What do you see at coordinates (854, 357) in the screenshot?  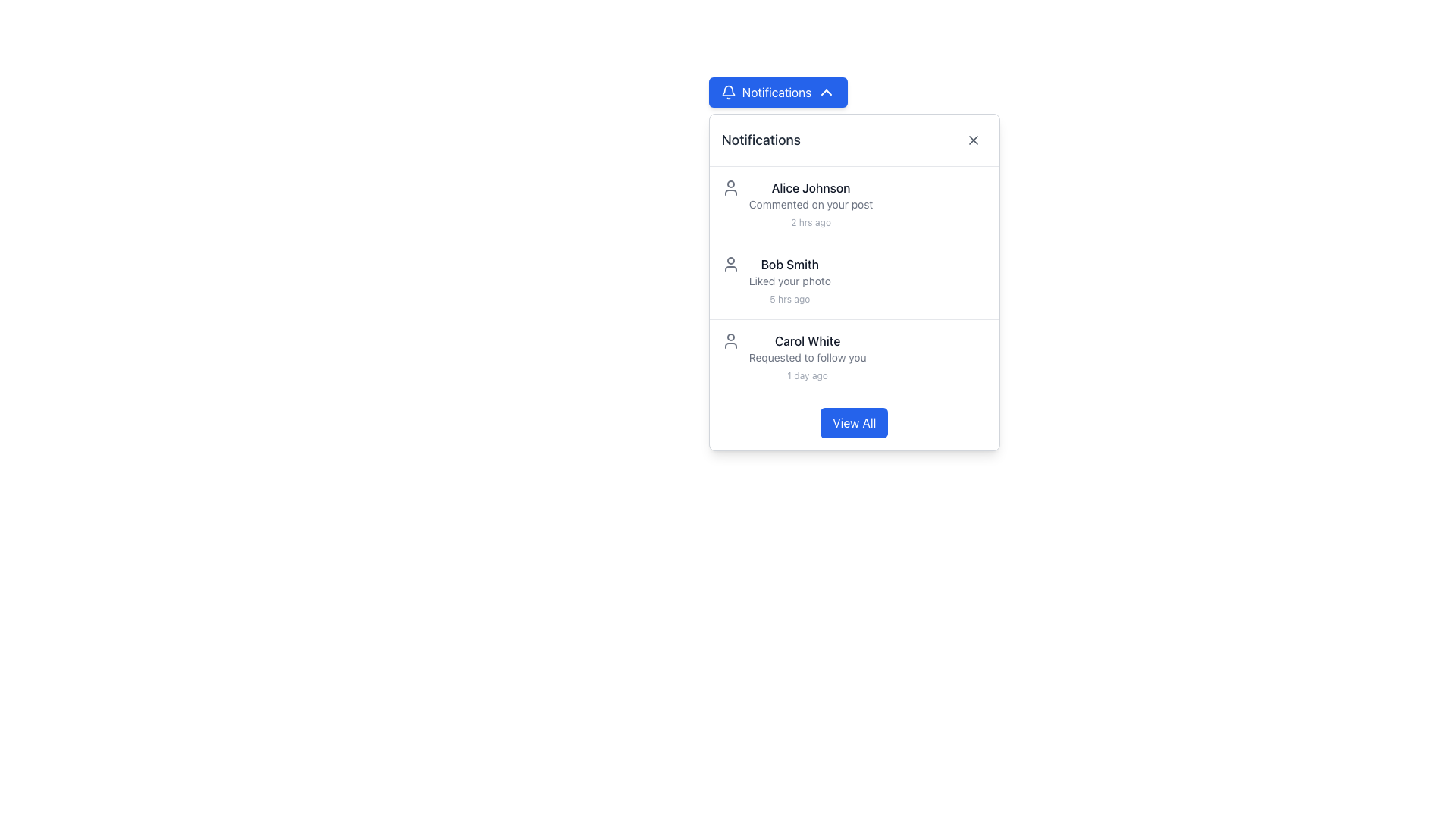 I see `to select the notification informing the user that 'Carol White' has requested to follow them, which is the third notification in the list` at bounding box center [854, 357].